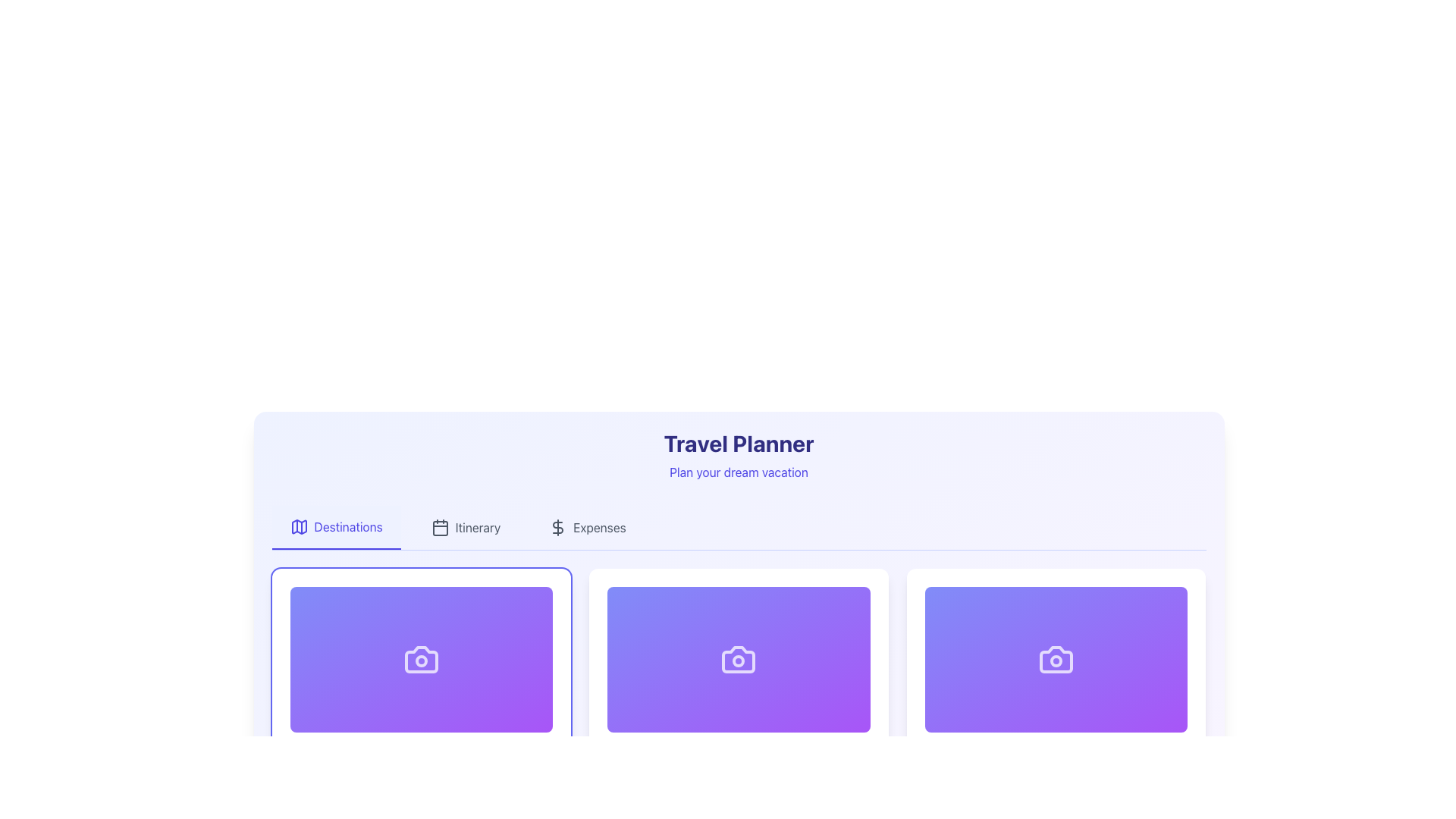 The width and height of the screenshot is (1456, 819). What do you see at coordinates (739, 455) in the screenshot?
I see `the Text block that presents the title and description of the page, located above the tab navigation bar labeled 'Destinations', 'Itinerary', and 'Expenses'` at bounding box center [739, 455].